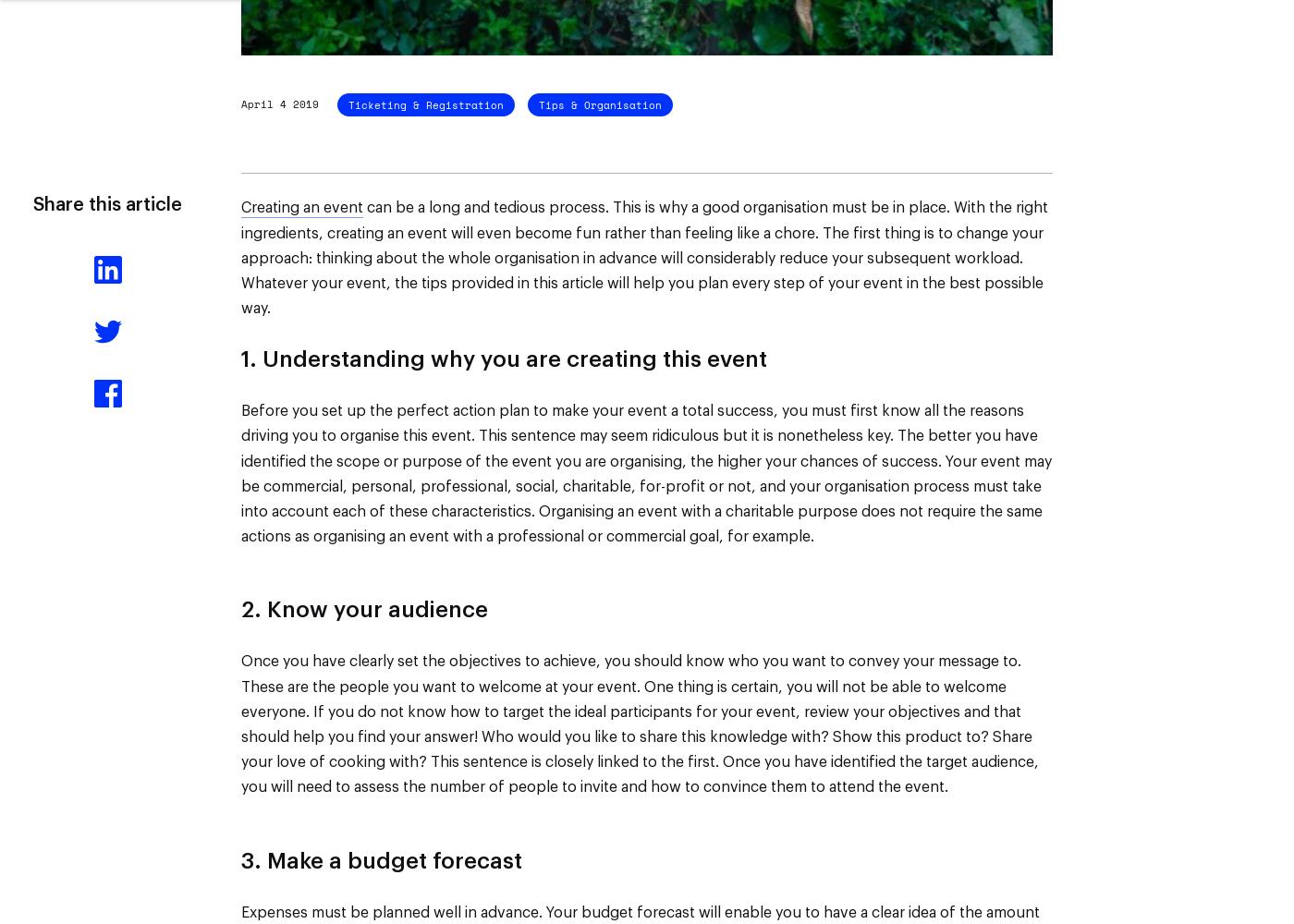 This screenshot has height=924, width=1294. I want to click on '2. Know your audience', so click(364, 611).